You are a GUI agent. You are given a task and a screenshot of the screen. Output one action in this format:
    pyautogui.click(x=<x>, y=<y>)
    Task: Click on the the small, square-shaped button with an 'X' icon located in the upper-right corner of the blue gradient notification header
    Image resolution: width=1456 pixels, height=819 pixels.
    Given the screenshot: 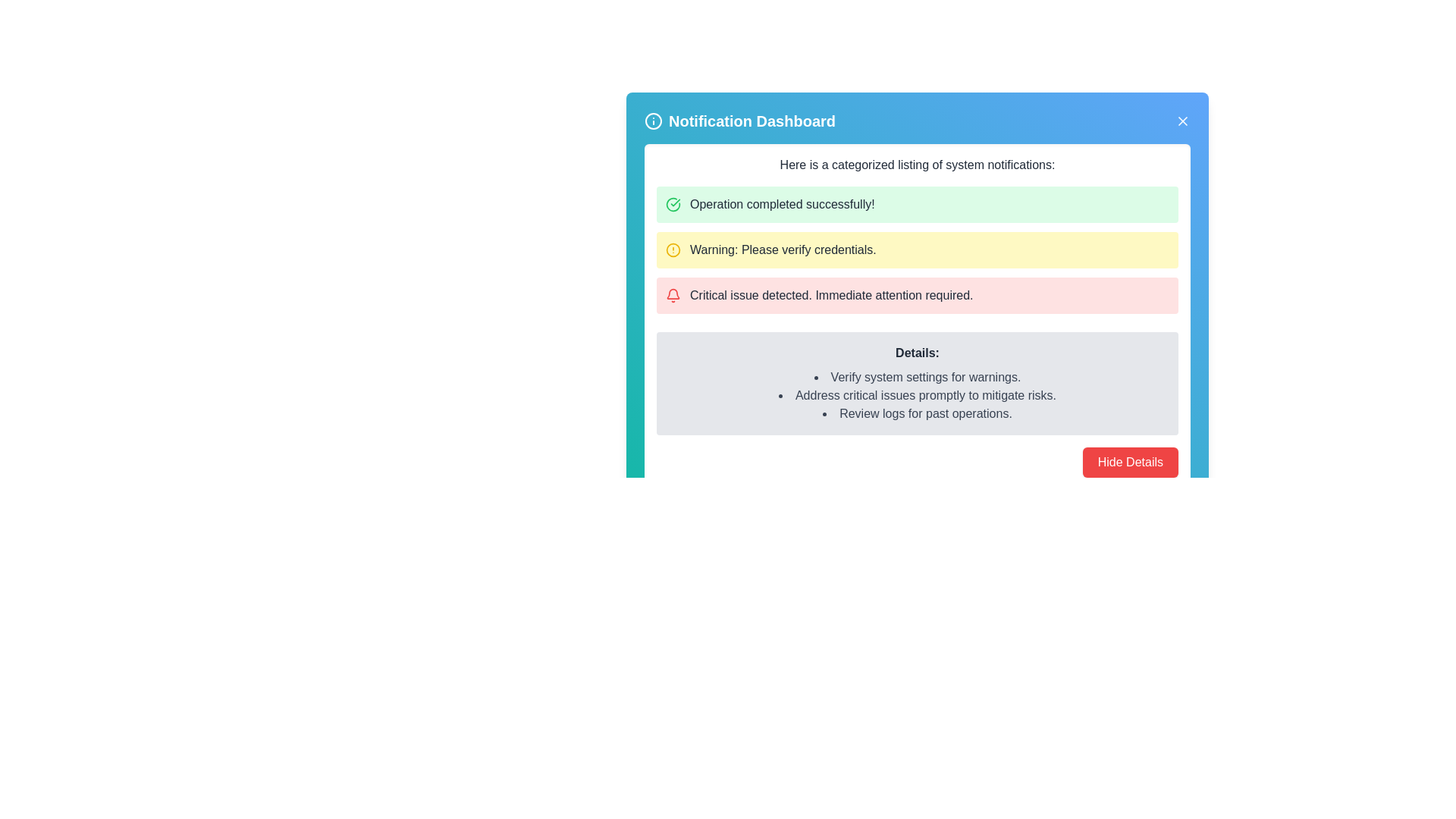 What is the action you would take?
    pyautogui.click(x=1182, y=120)
    